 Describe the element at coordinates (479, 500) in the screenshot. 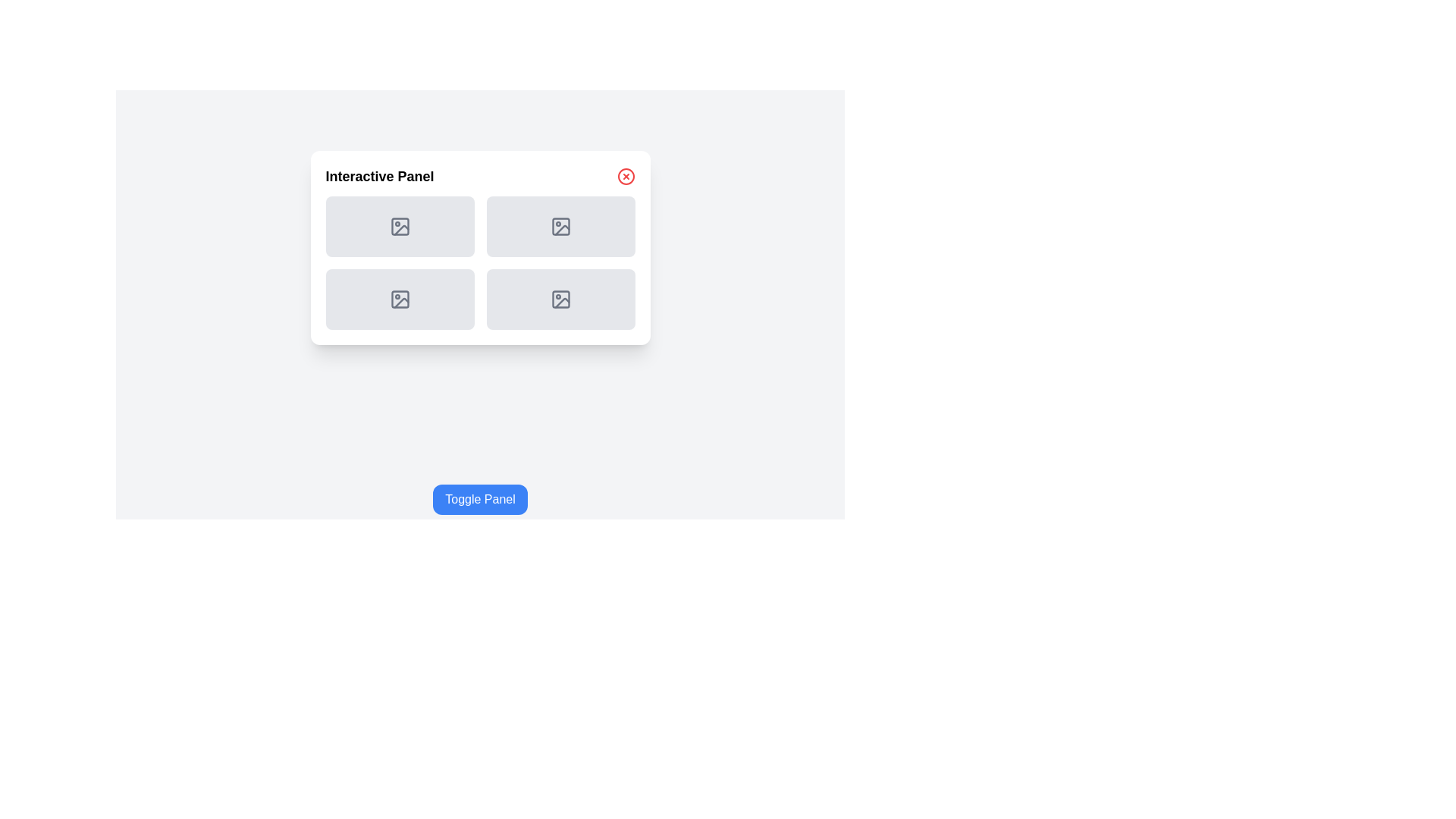

I see `the 'Toggle Panel' button located at the bottom-center of the visible panel interface` at that location.